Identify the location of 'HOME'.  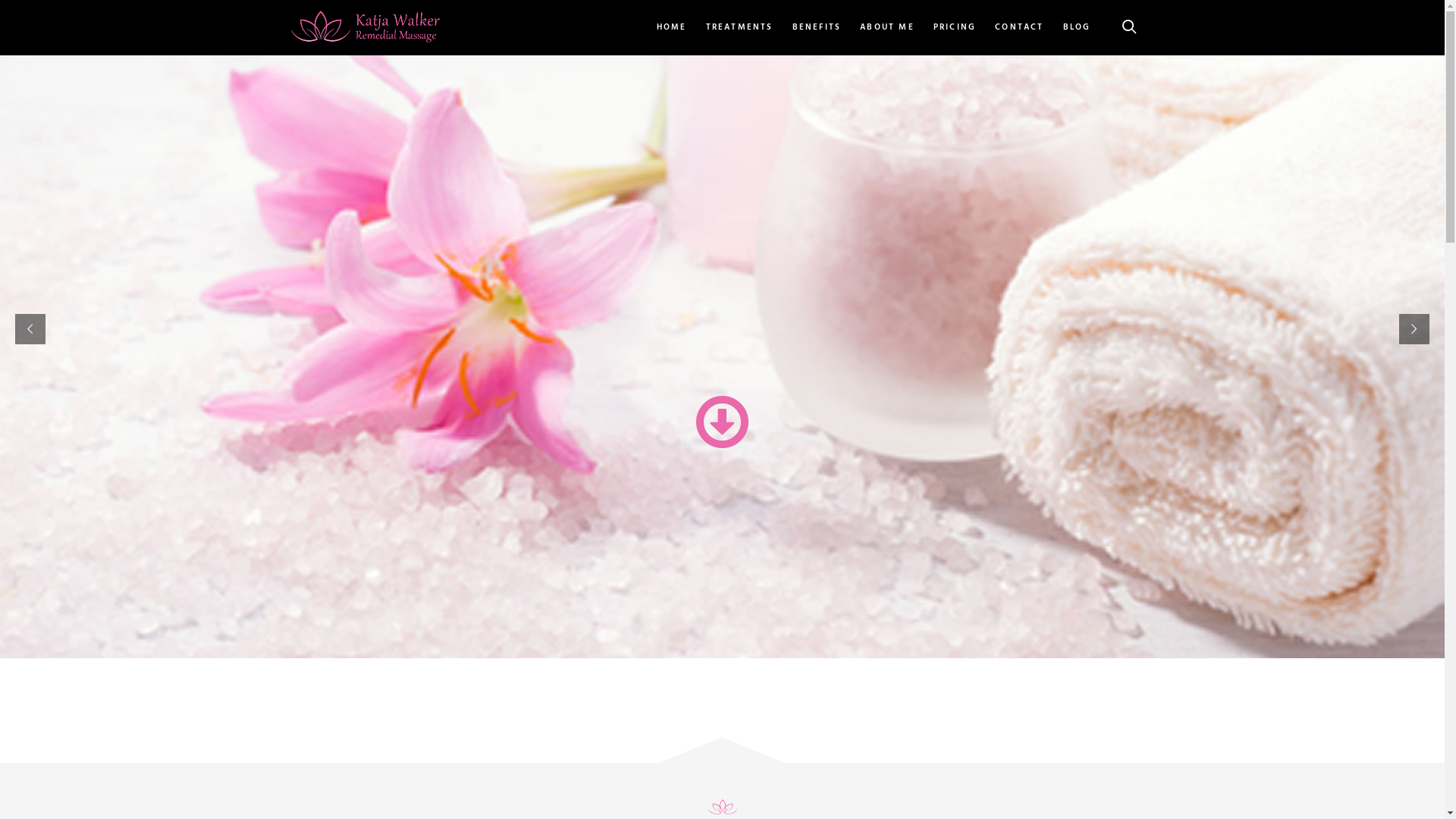
(675, 27).